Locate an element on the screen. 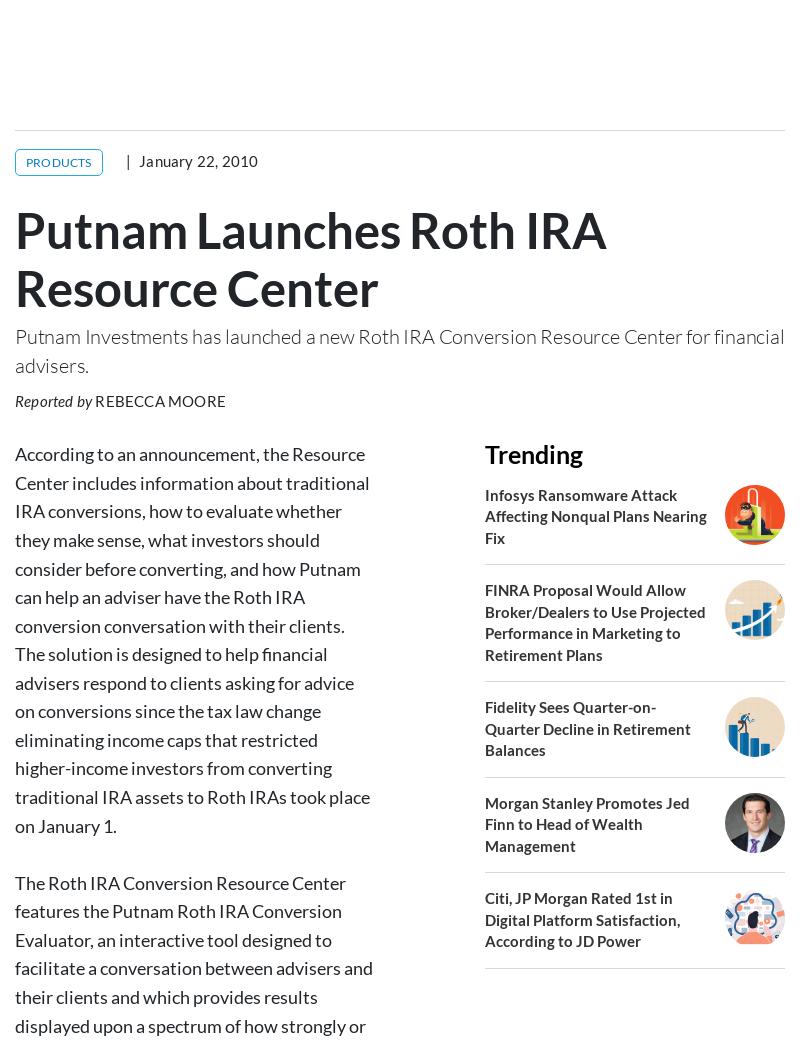  'You Might Also Like:' is located at coordinates (182, 1012).